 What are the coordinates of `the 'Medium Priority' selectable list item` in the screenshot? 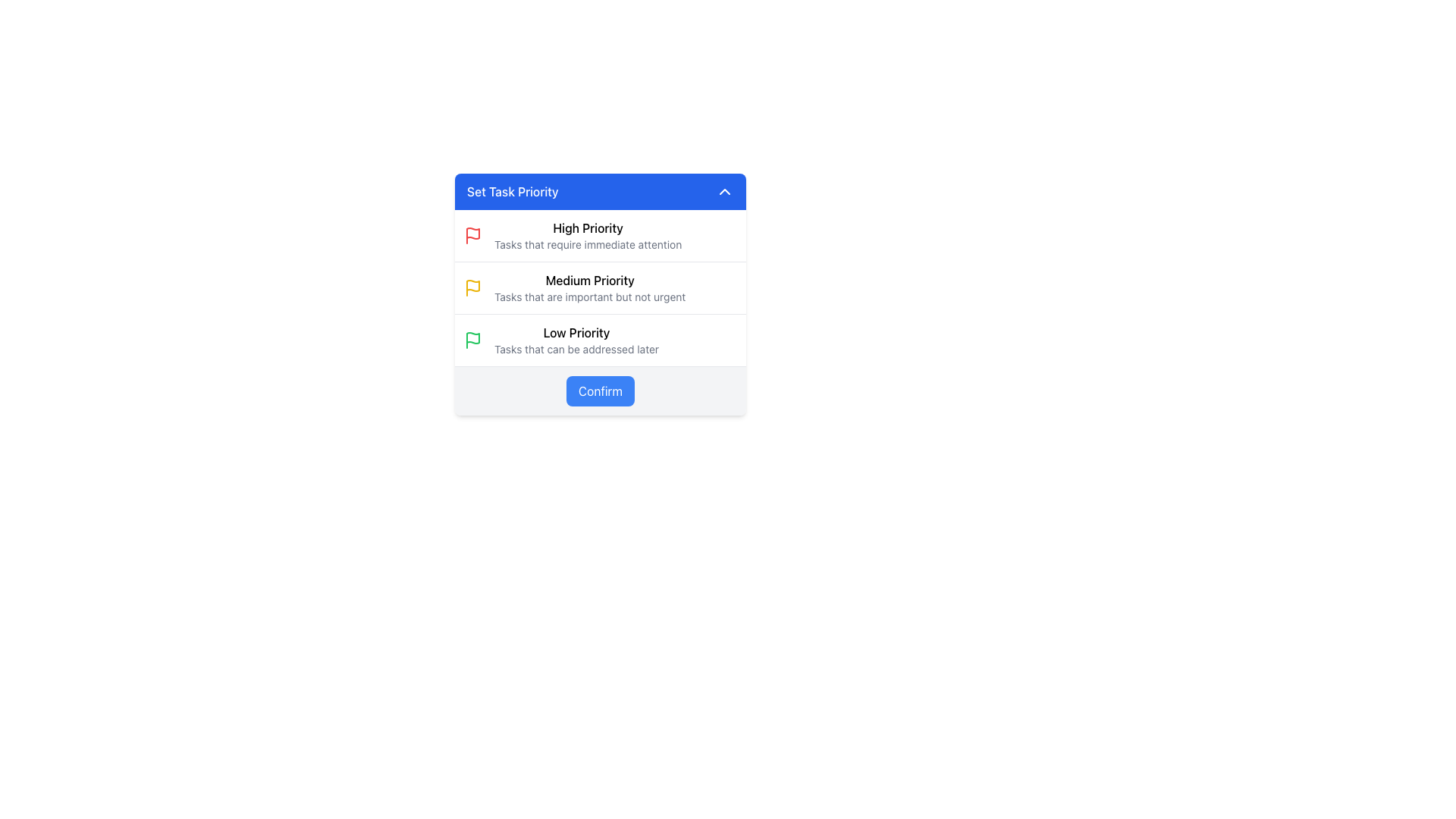 It's located at (600, 287).